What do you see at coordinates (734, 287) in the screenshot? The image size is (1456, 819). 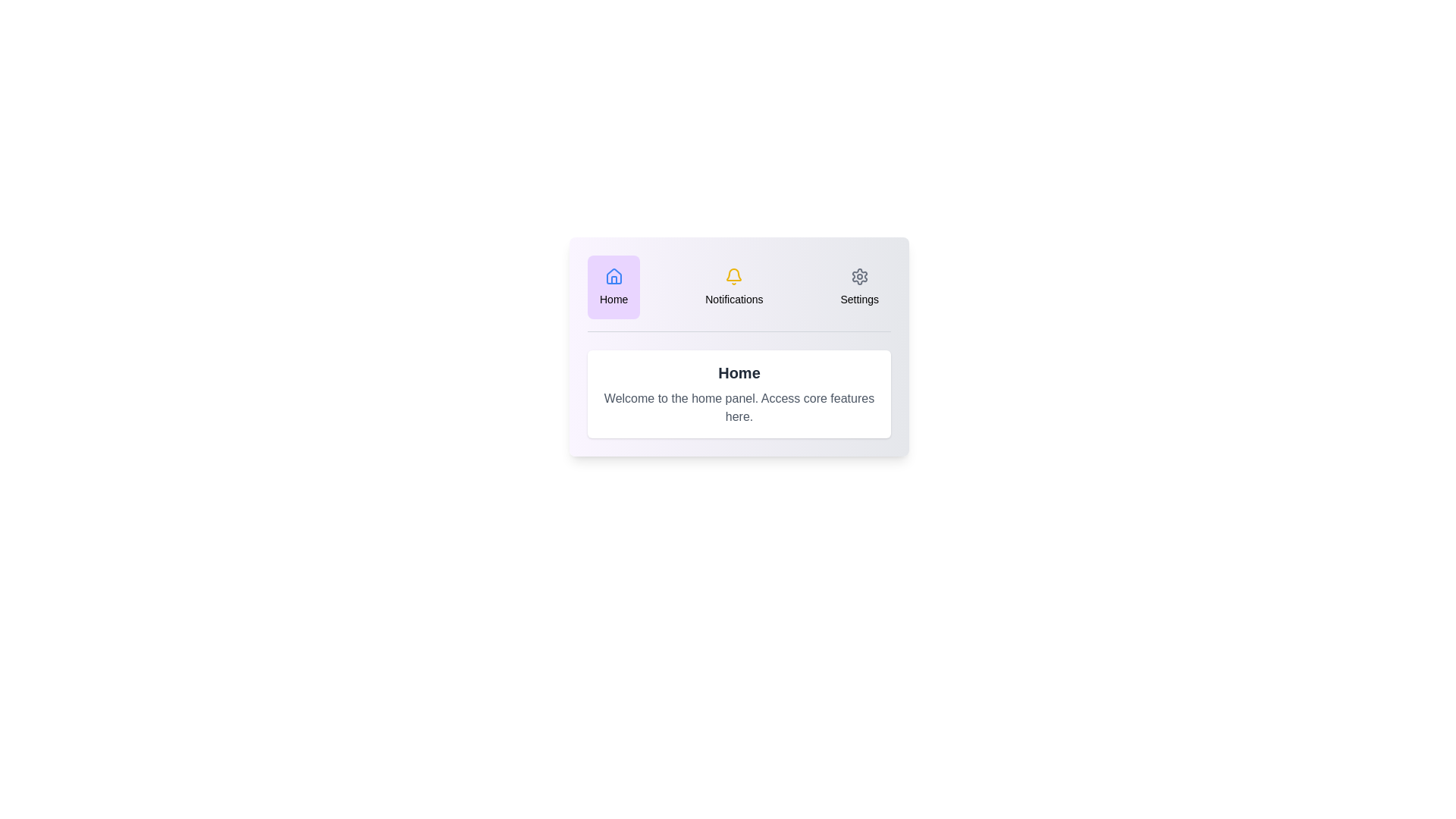 I see `the Notifications tab in the DashboardInteractiveTabs component` at bounding box center [734, 287].